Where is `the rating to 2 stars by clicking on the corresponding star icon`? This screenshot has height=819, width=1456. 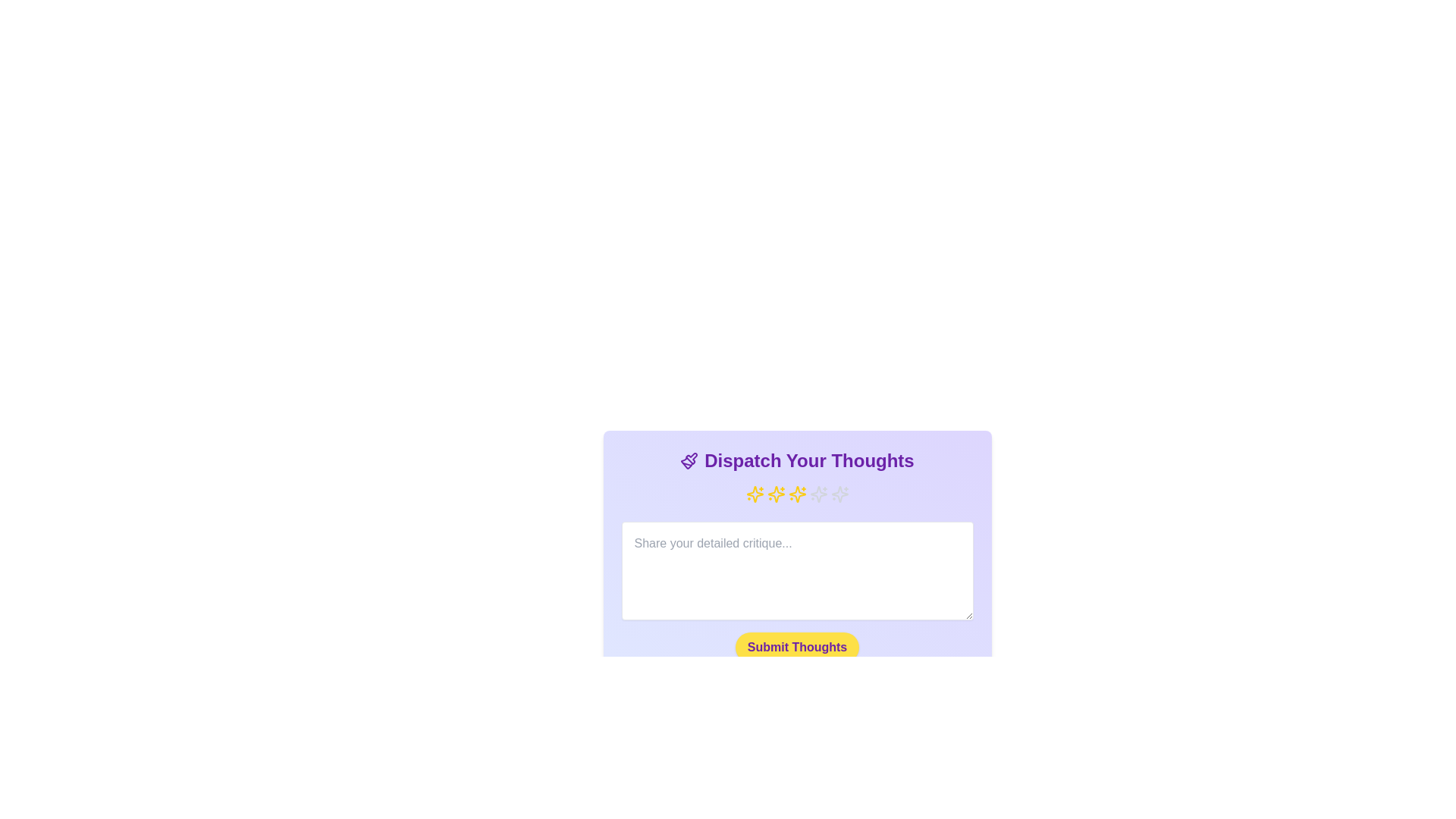
the rating to 2 stars by clicking on the corresponding star icon is located at coordinates (776, 494).